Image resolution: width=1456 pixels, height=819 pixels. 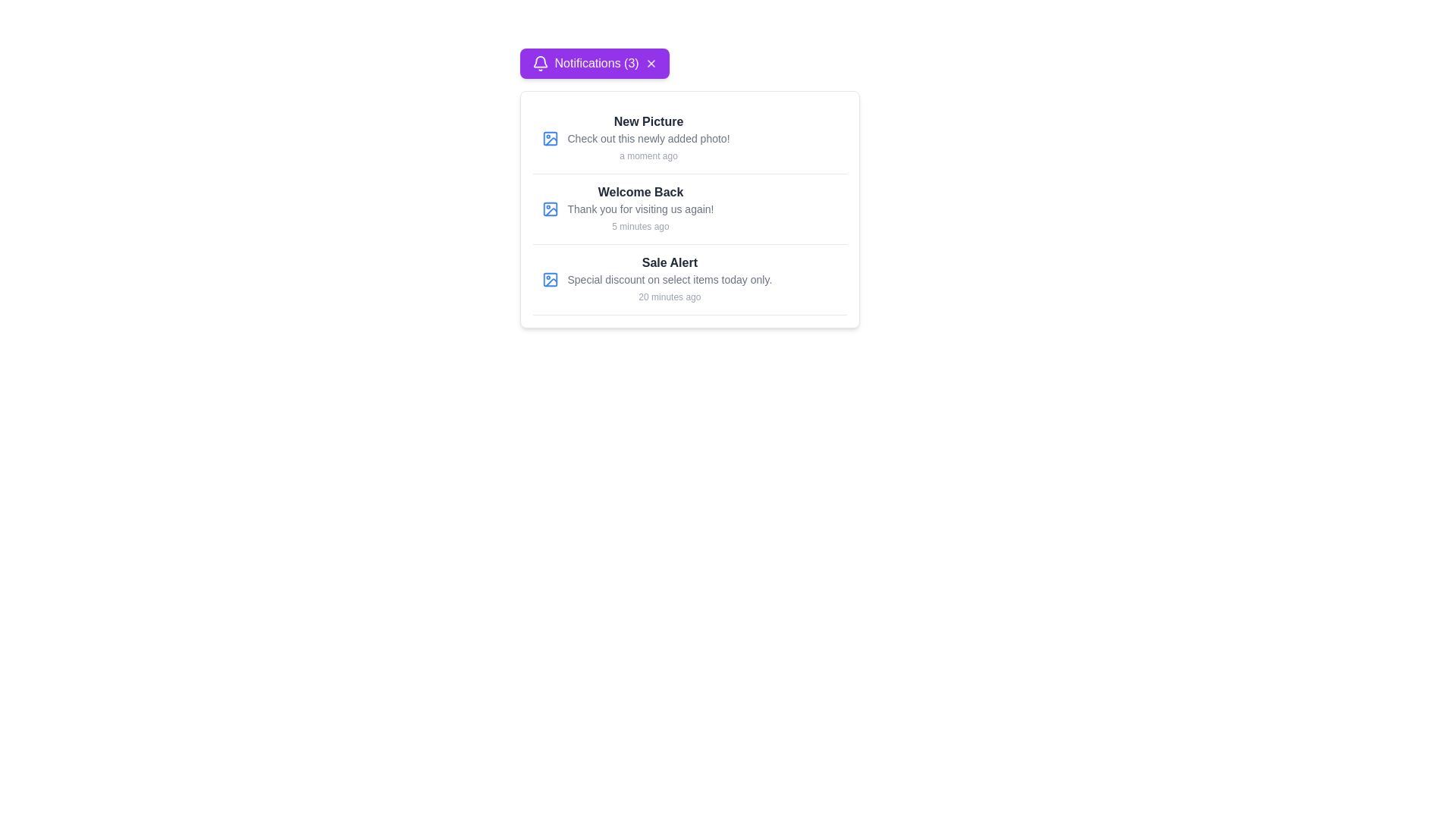 I want to click on the minimalistic cross ('X') icon button located, so click(x=651, y=63).